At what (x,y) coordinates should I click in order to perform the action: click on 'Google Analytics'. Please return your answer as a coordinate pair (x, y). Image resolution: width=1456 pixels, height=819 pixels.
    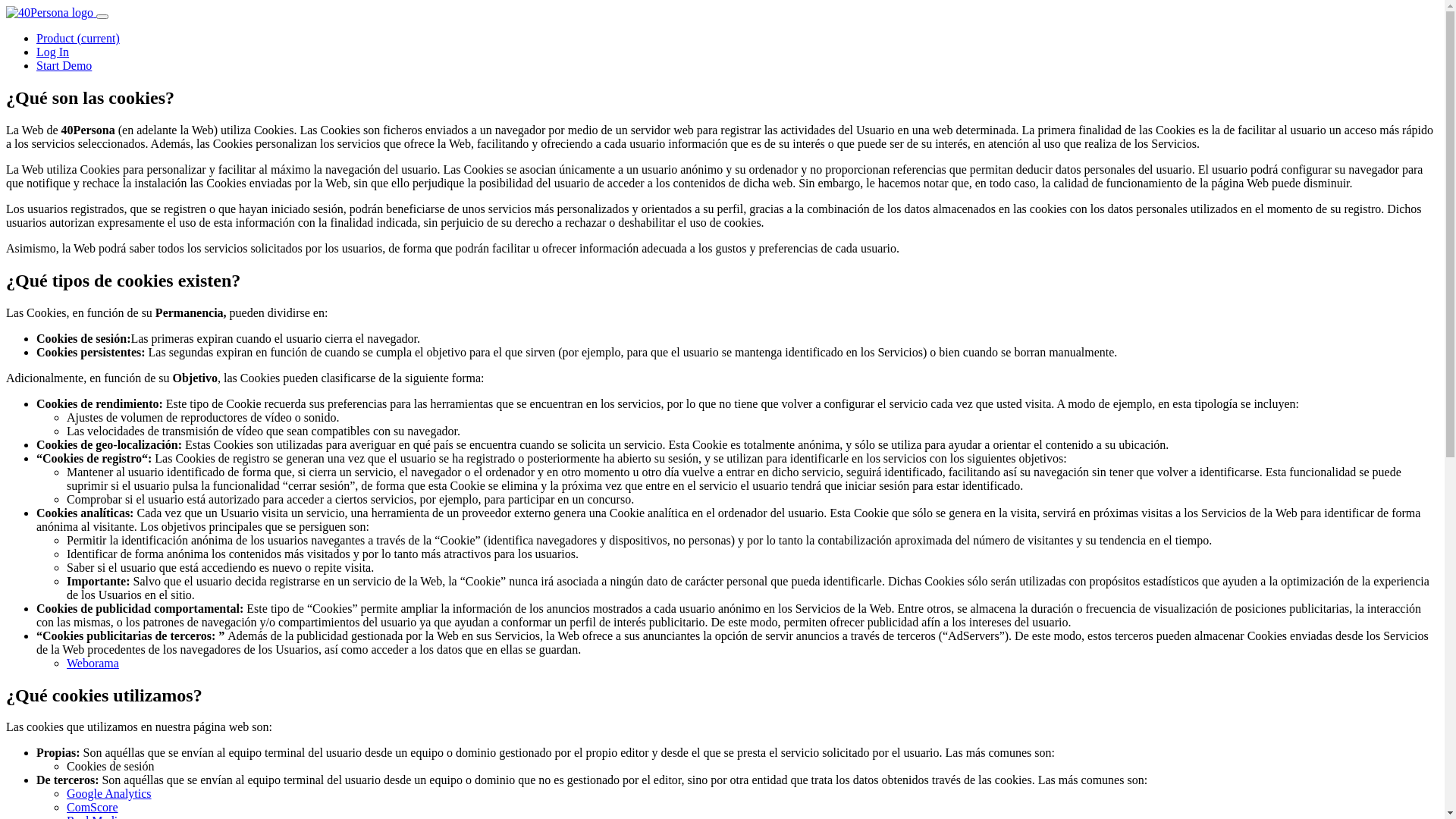
    Looking at the image, I should click on (108, 792).